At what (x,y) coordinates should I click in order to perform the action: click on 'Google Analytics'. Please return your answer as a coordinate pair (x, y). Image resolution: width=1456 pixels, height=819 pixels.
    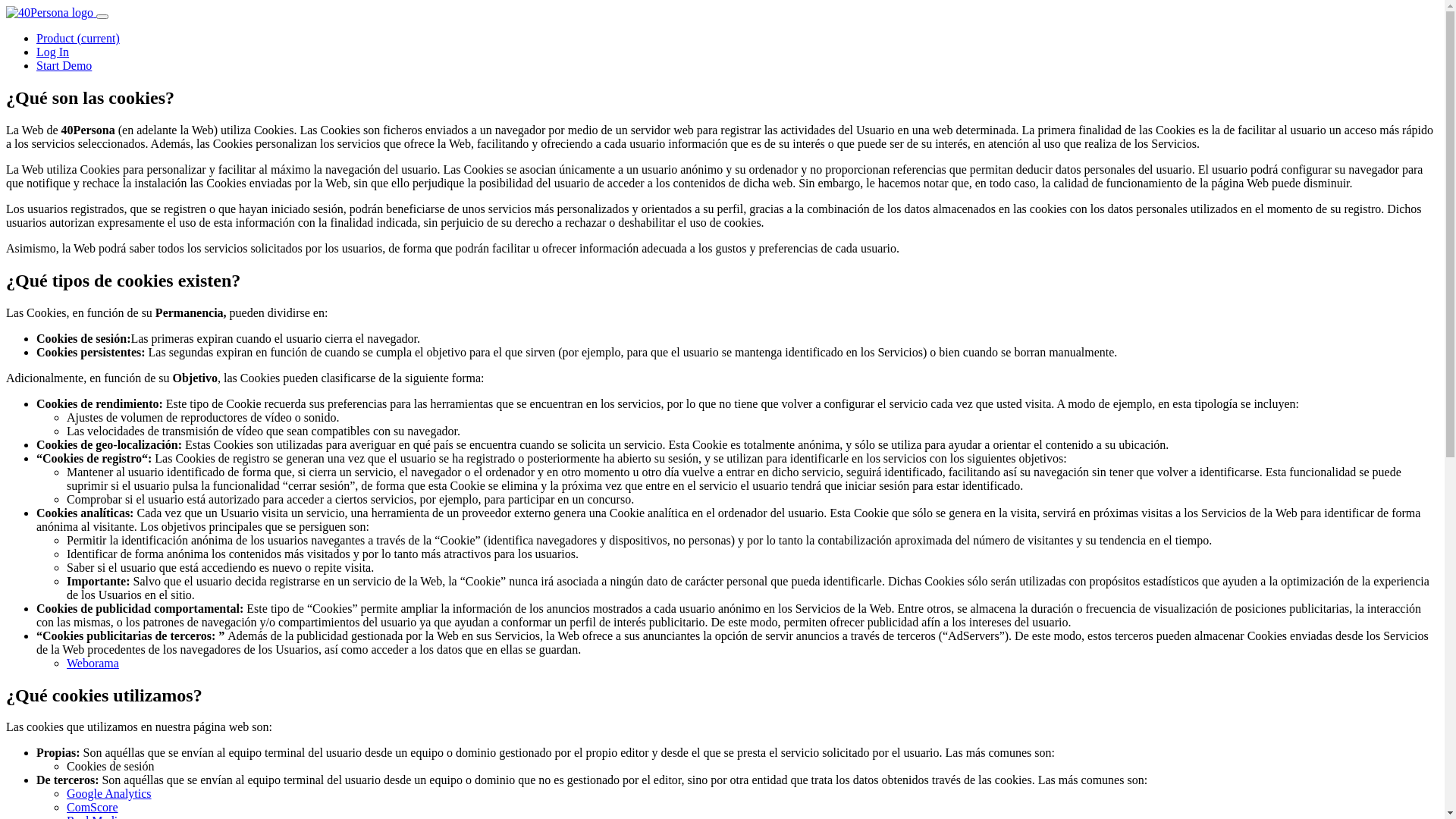
    Looking at the image, I should click on (108, 792).